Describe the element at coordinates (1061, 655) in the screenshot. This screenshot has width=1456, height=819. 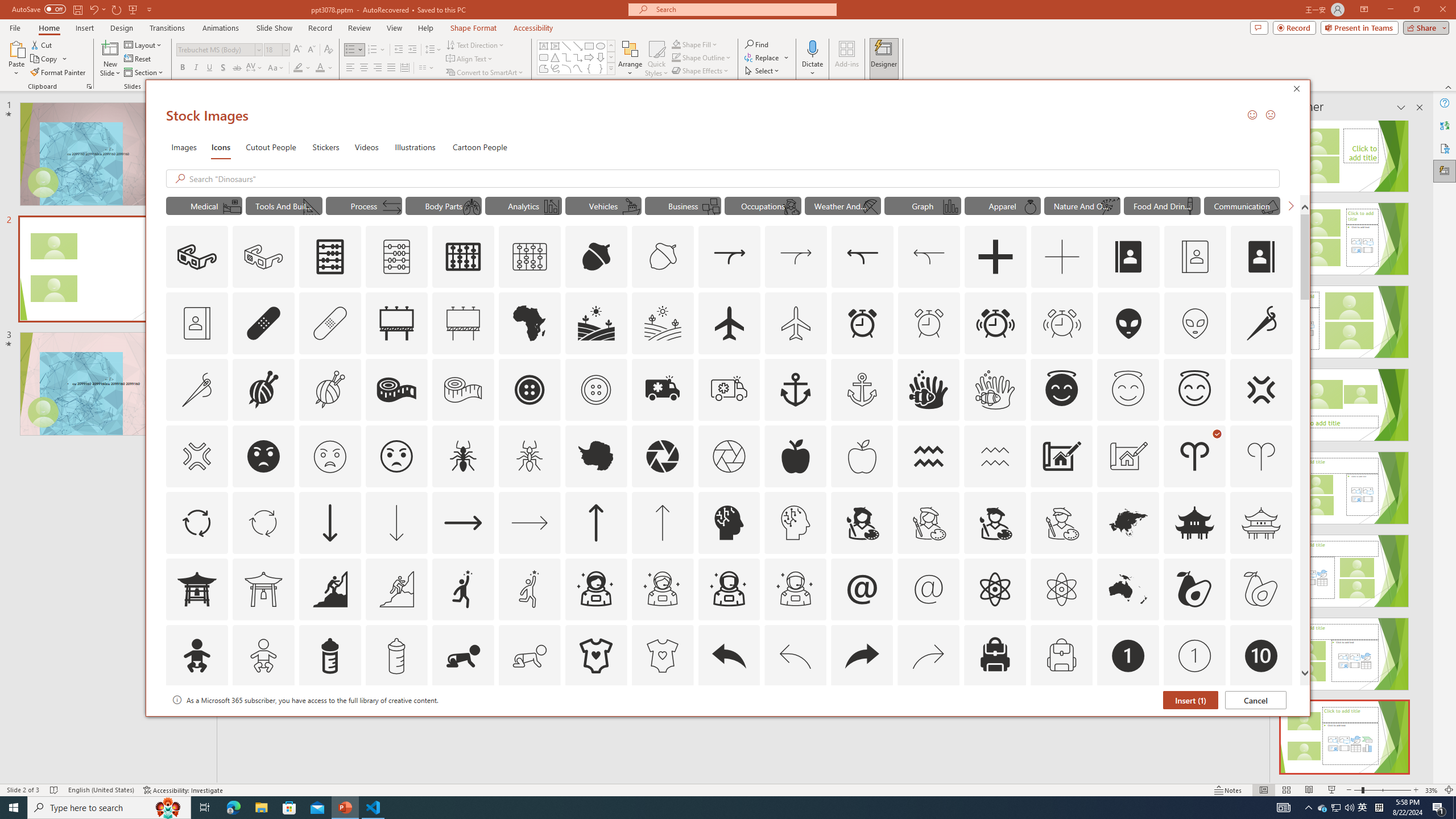
I see `'AutomationID: Icons_Backpack_M'` at that location.